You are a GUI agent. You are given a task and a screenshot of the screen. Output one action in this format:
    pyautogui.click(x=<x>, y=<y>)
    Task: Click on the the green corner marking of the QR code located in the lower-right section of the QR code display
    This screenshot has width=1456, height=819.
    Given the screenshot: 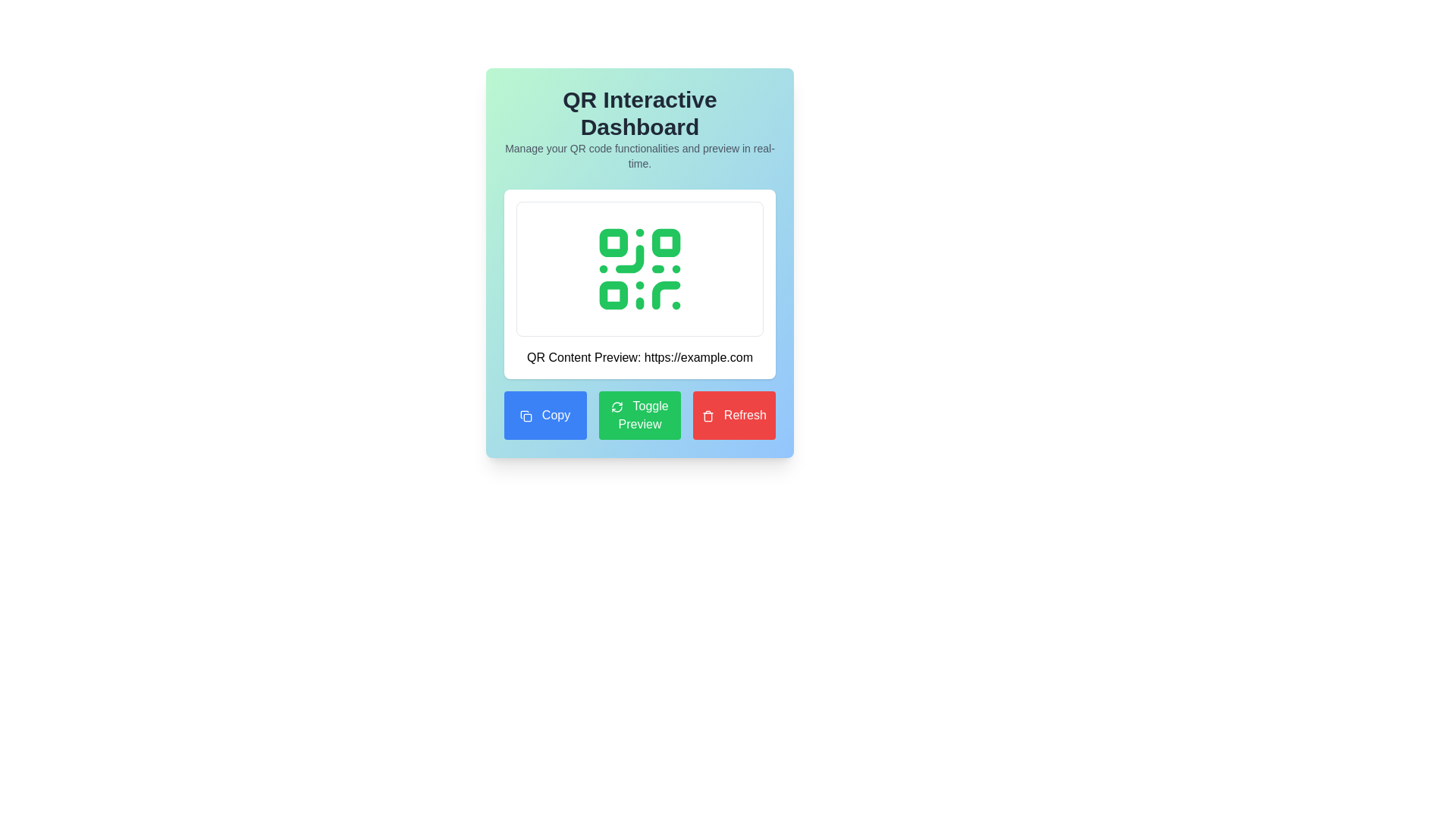 What is the action you would take?
    pyautogui.click(x=666, y=295)
    